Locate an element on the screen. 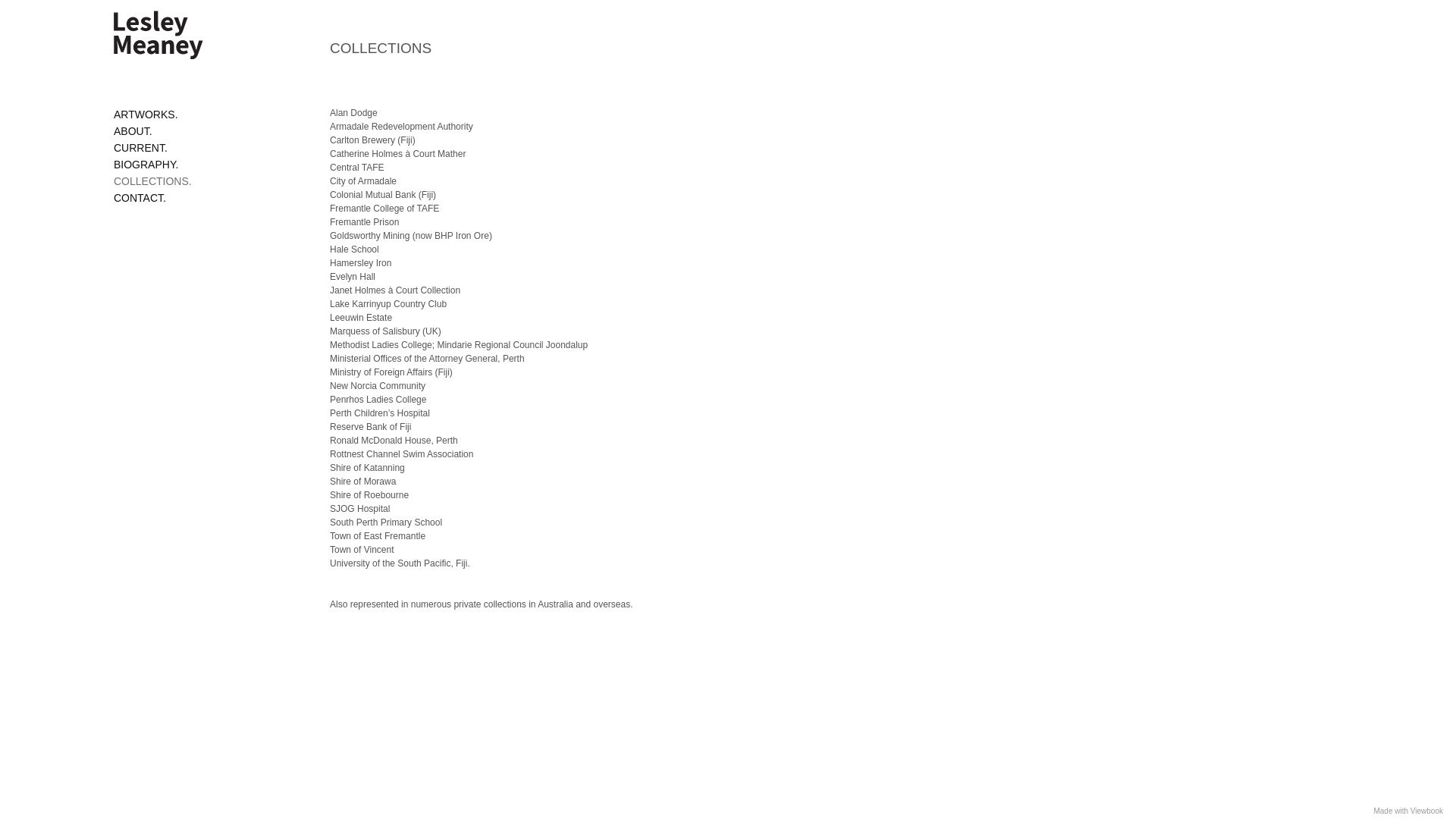 This screenshot has width=1456, height=819. 'ABOUT.' is located at coordinates (133, 130).